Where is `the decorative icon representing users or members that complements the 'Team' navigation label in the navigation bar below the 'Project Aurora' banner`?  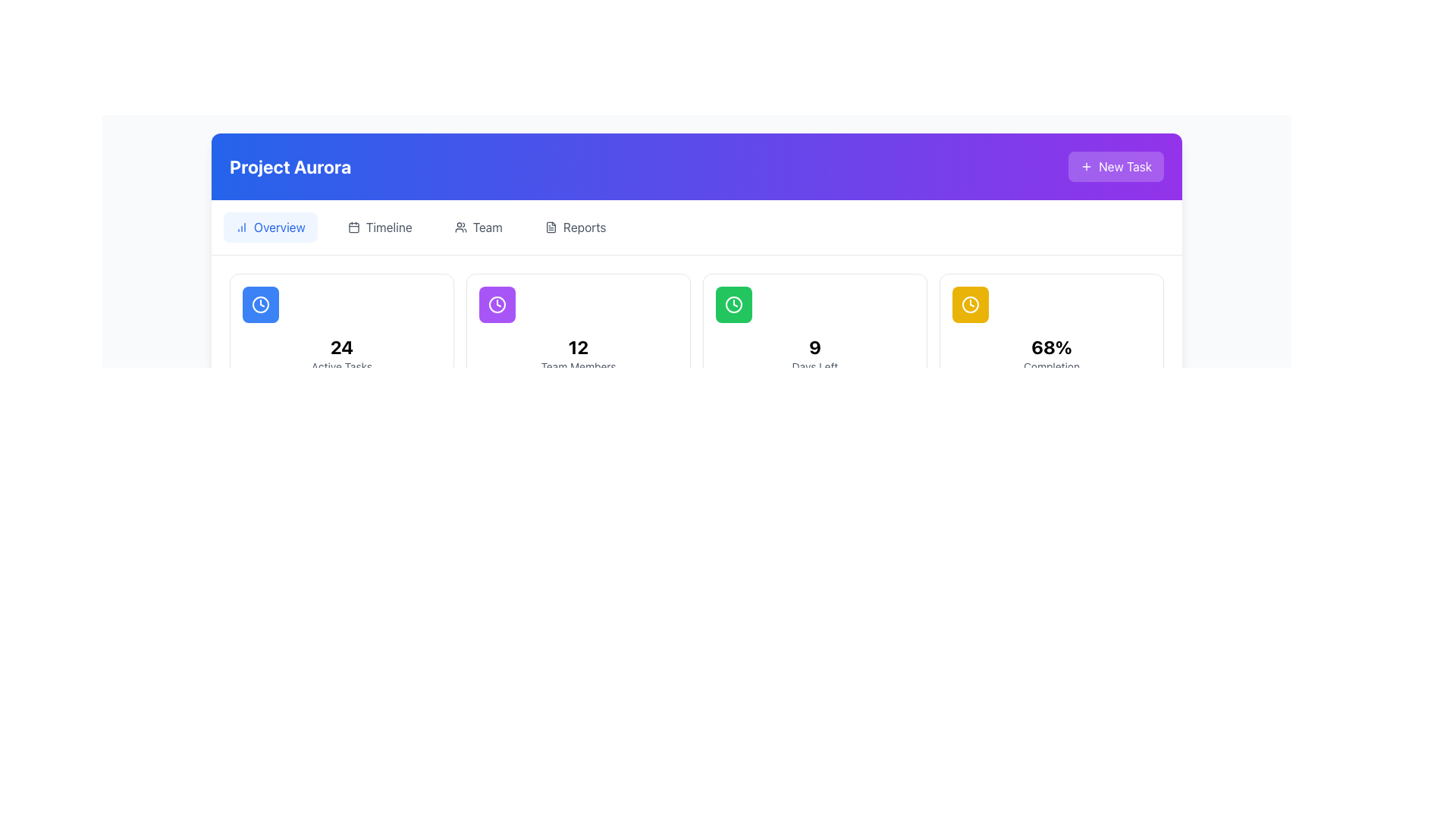
the decorative icon representing users or members that complements the 'Team' navigation label in the navigation bar below the 'Project Aurora' banner is located at coordinates (460, 227).